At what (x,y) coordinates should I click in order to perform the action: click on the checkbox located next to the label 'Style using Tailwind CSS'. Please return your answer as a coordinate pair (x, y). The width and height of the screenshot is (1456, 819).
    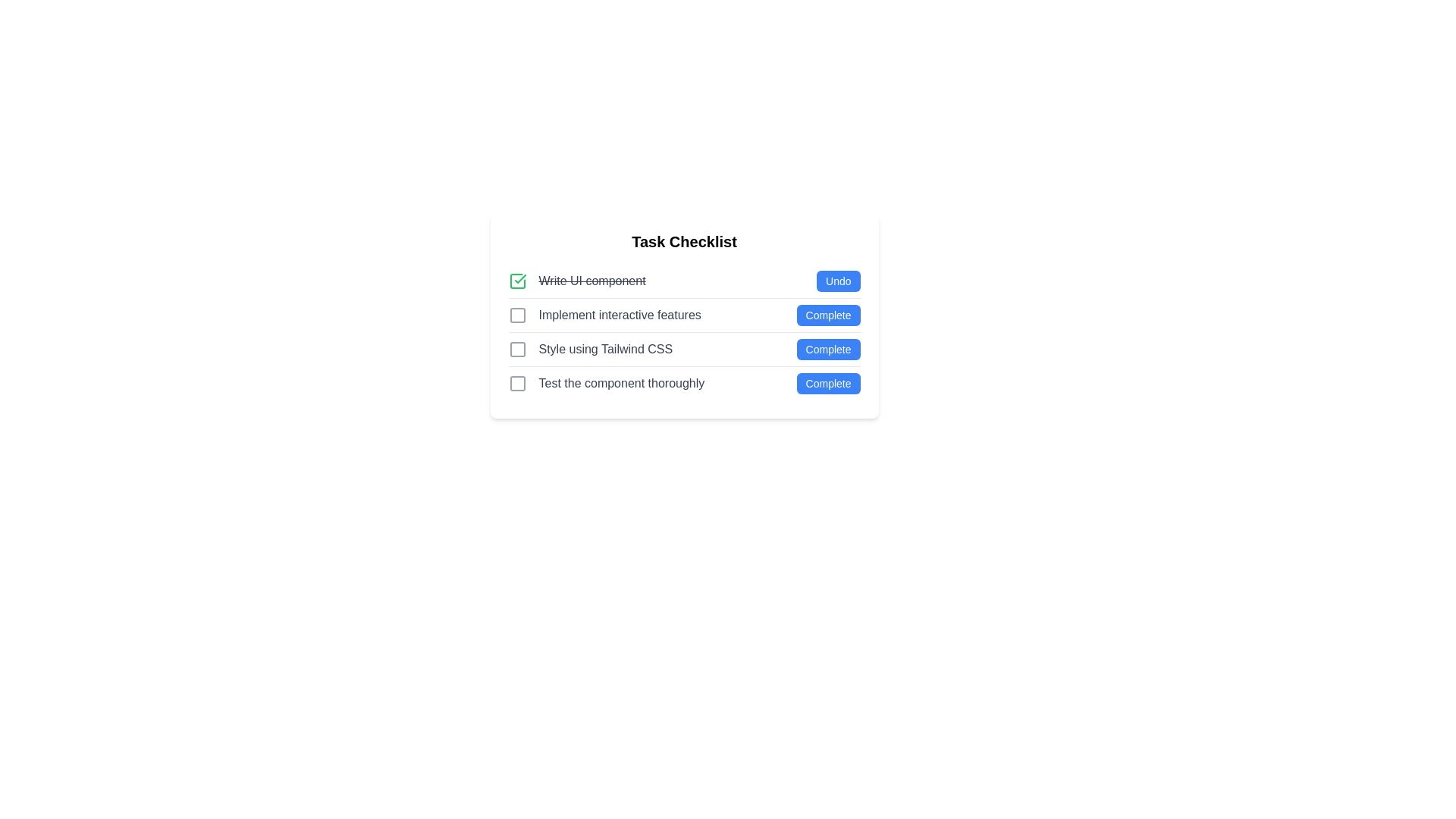
    Looking at the image, I should click on (517, 350).